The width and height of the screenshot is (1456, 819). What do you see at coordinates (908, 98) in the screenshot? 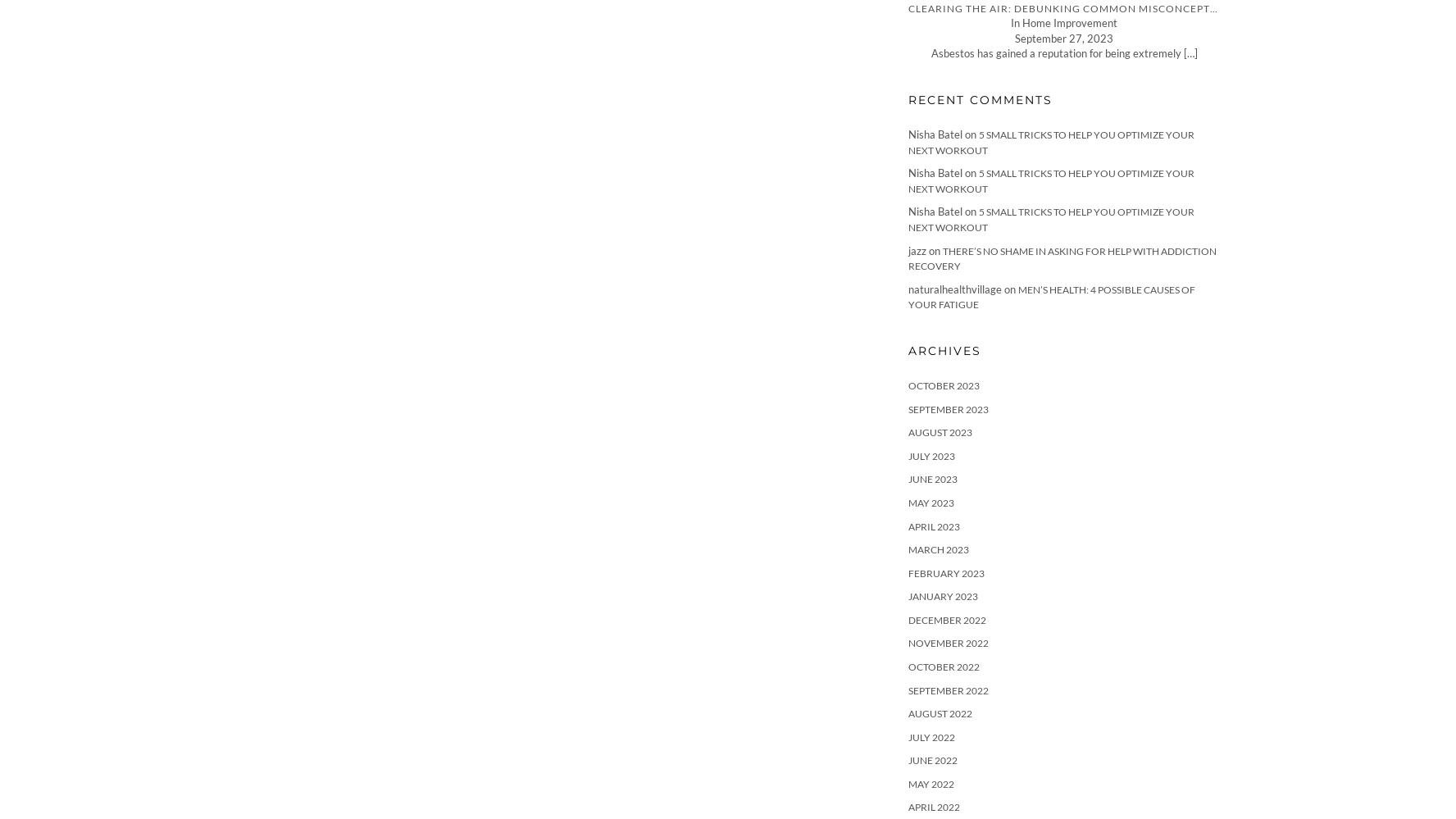
I see `'Recent Comments'` at bounding box center [908, 98].